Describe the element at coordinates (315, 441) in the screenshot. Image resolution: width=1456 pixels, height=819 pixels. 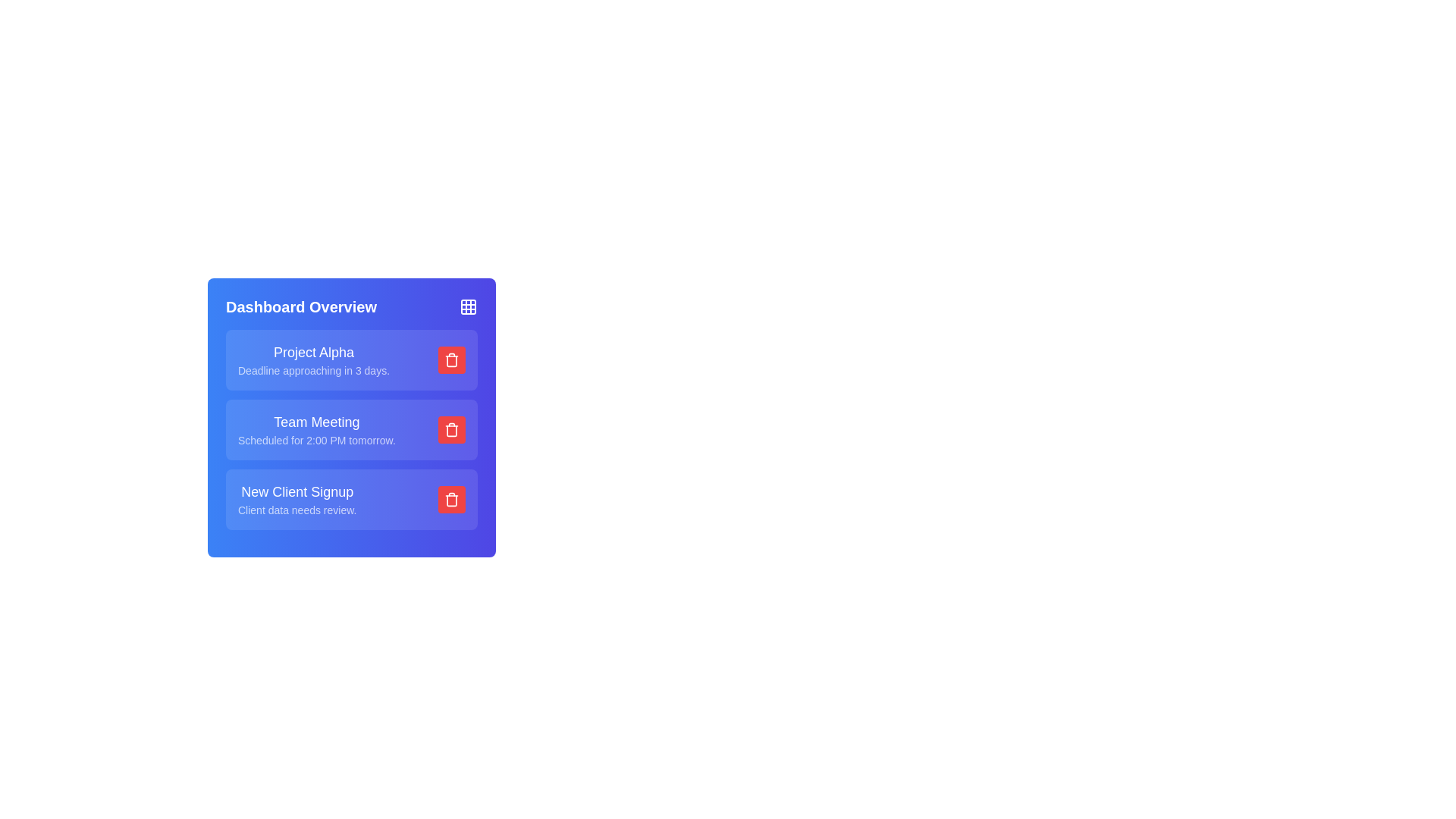
I see `the text label that reads 'Scheduled for 2:00 PM tomorrow.' located below the 'Team Meeting' heading, within a blue rounded box` at that location.